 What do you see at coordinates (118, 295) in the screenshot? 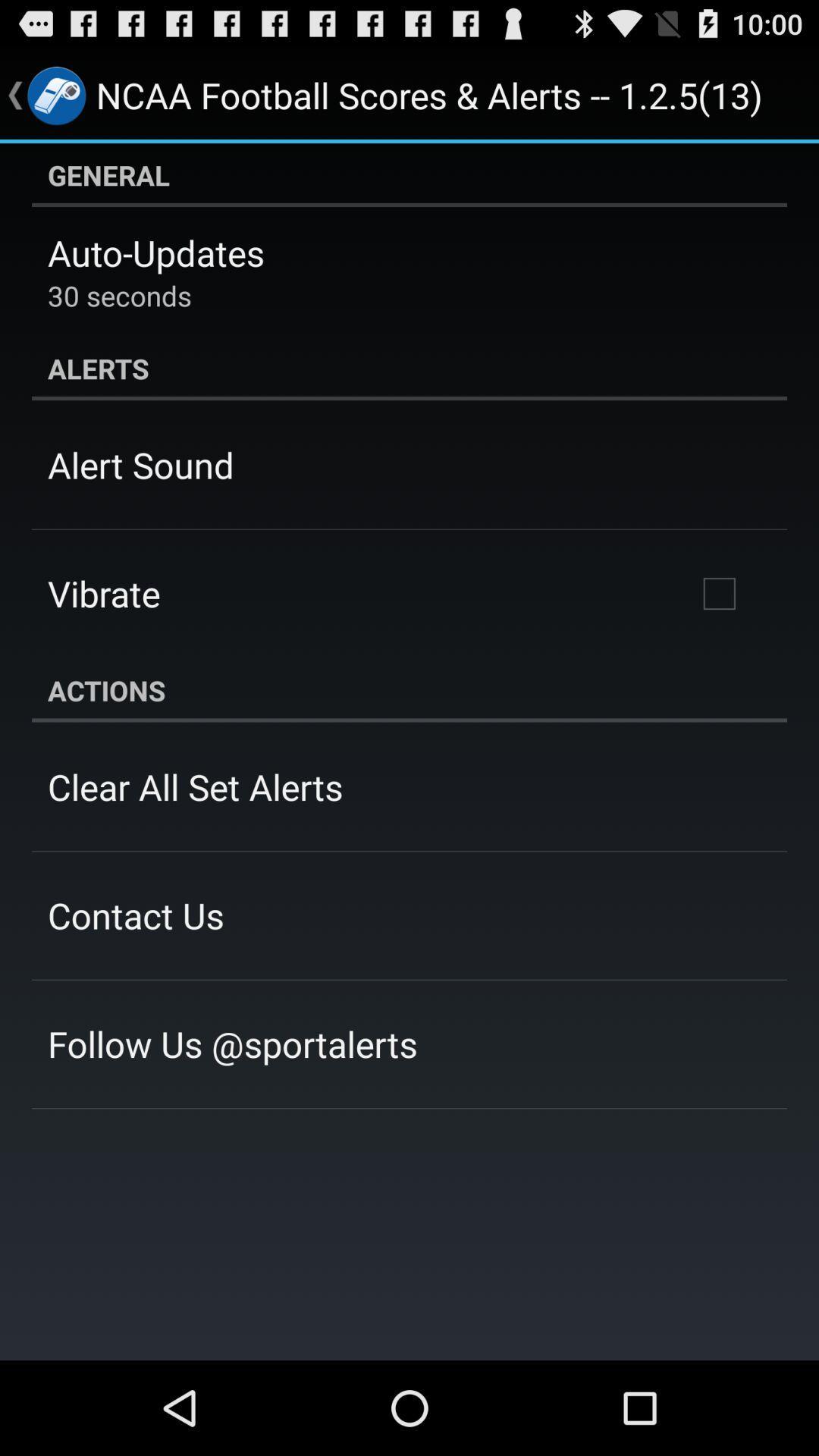
I see `the app above the alerts item` at bounding box center [118, 295].